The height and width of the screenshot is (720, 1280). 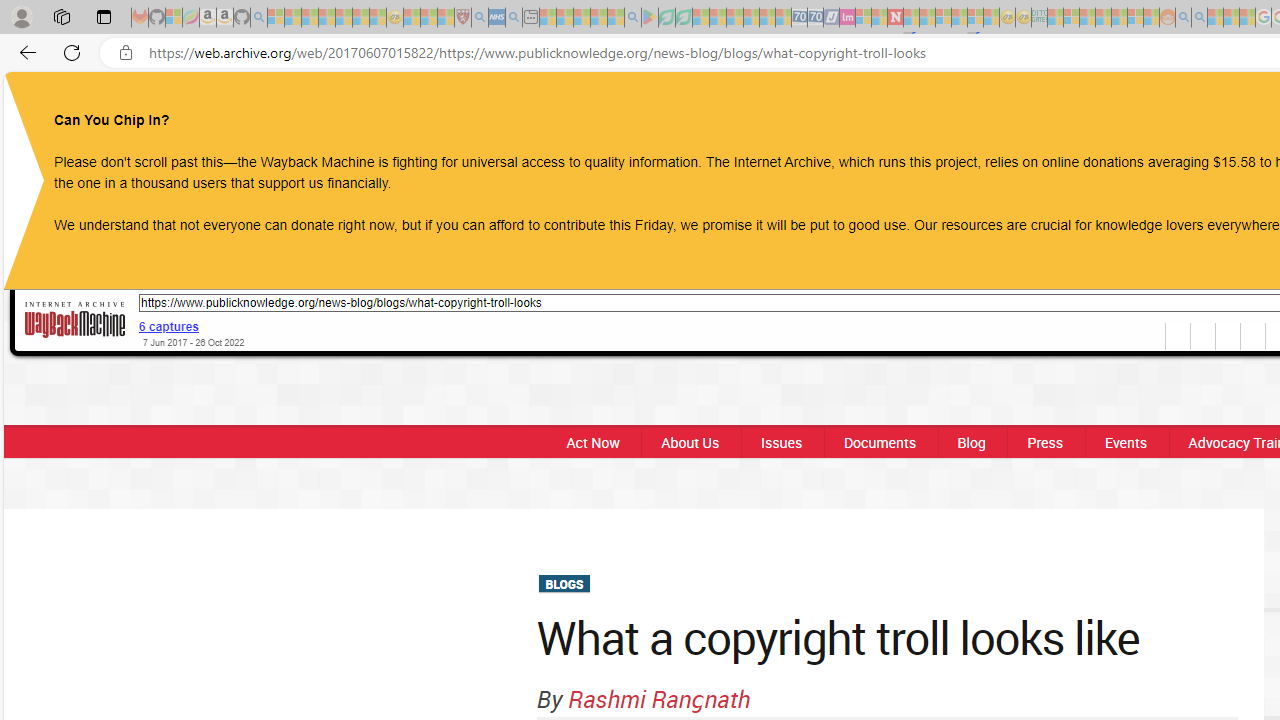 What do you see at coordinates (1120, 17) in the screenshot?
I see `'Kinda Frugal - MSN - Sleeping'` at bounding box center [1120, 17].